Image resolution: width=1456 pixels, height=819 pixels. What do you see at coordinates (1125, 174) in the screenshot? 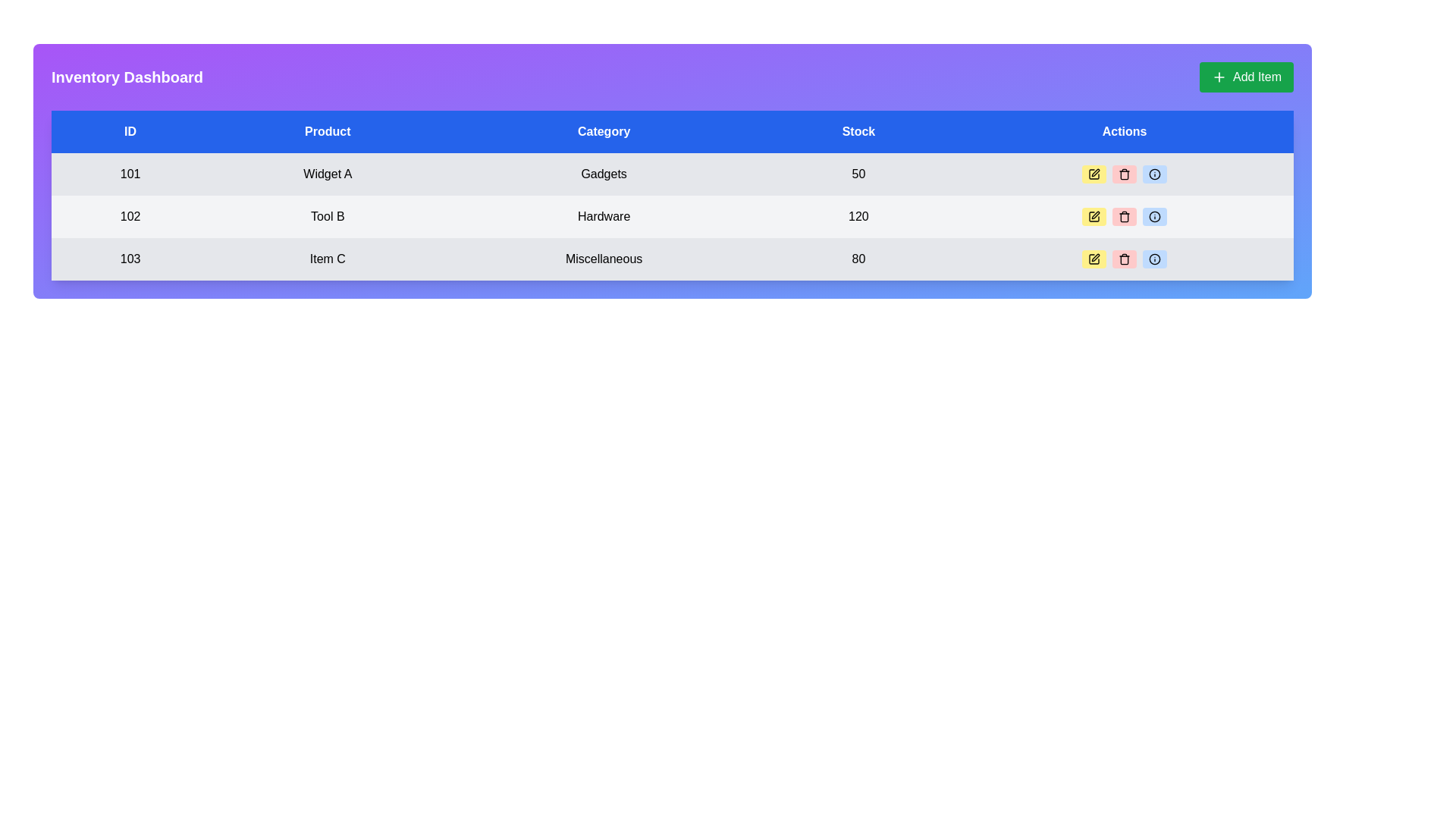
I see `the delete icon button located in the 'Actions' column of the third row of the data table` at bounding box center [1125, 174].